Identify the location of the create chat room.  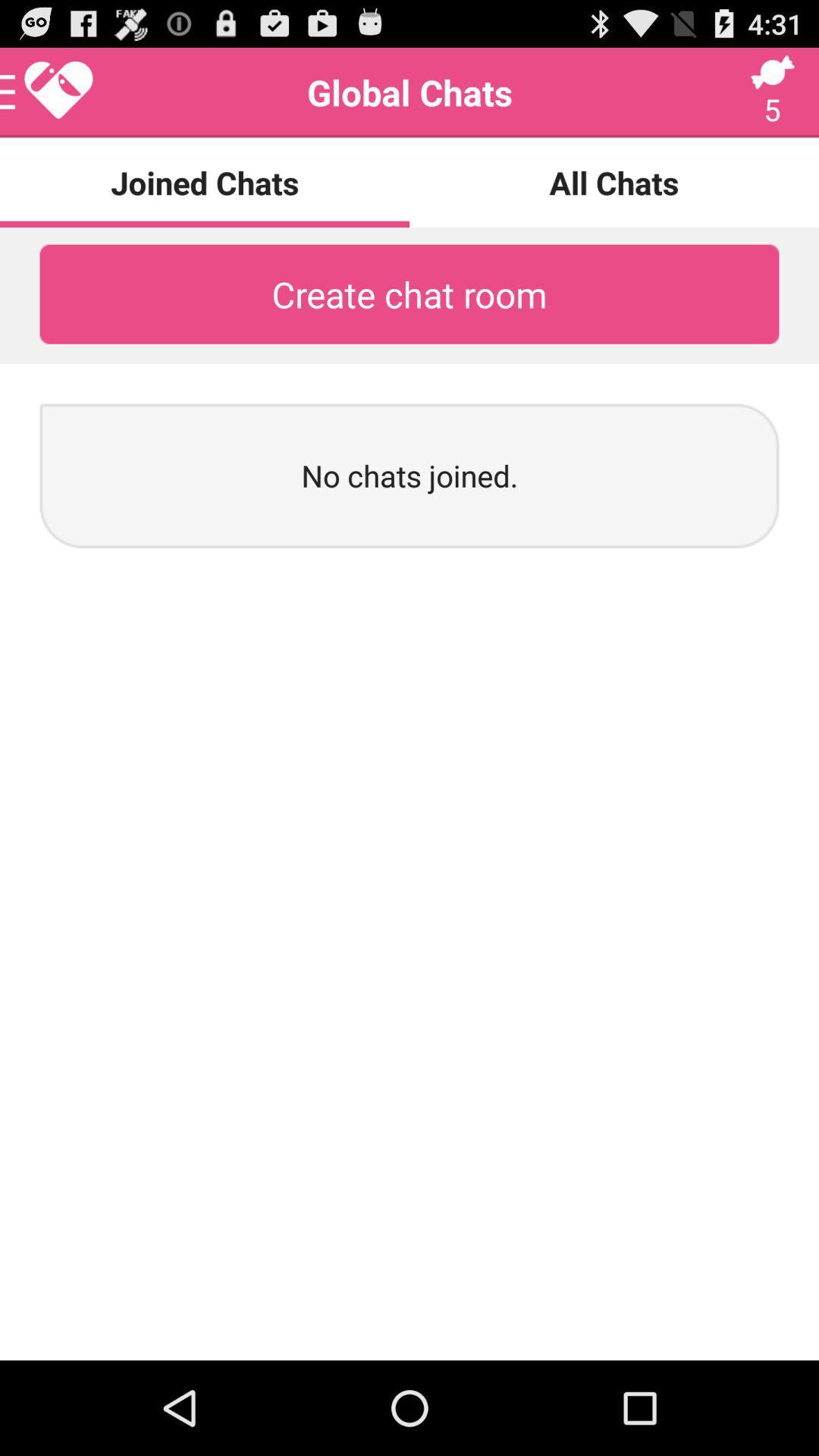
(409, 294).